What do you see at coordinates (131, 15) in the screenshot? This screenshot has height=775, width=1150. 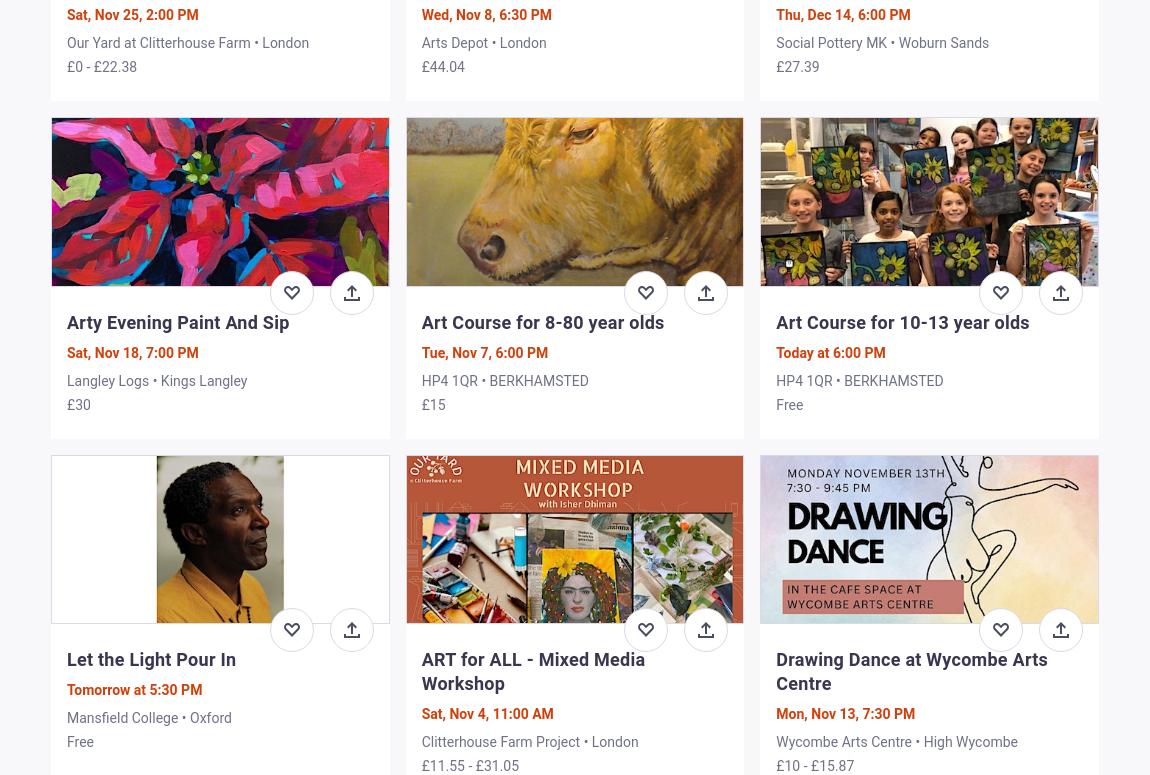 I see `'Sat, Nov 25, 2:00 PM'` at bounding box center [131, 15].